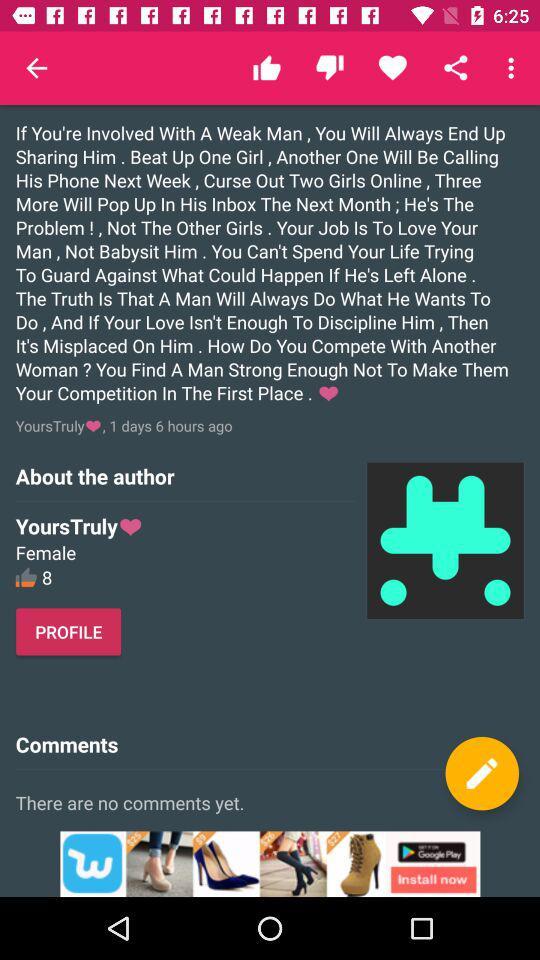  I want to click on the edit icon, so click(481, 772).